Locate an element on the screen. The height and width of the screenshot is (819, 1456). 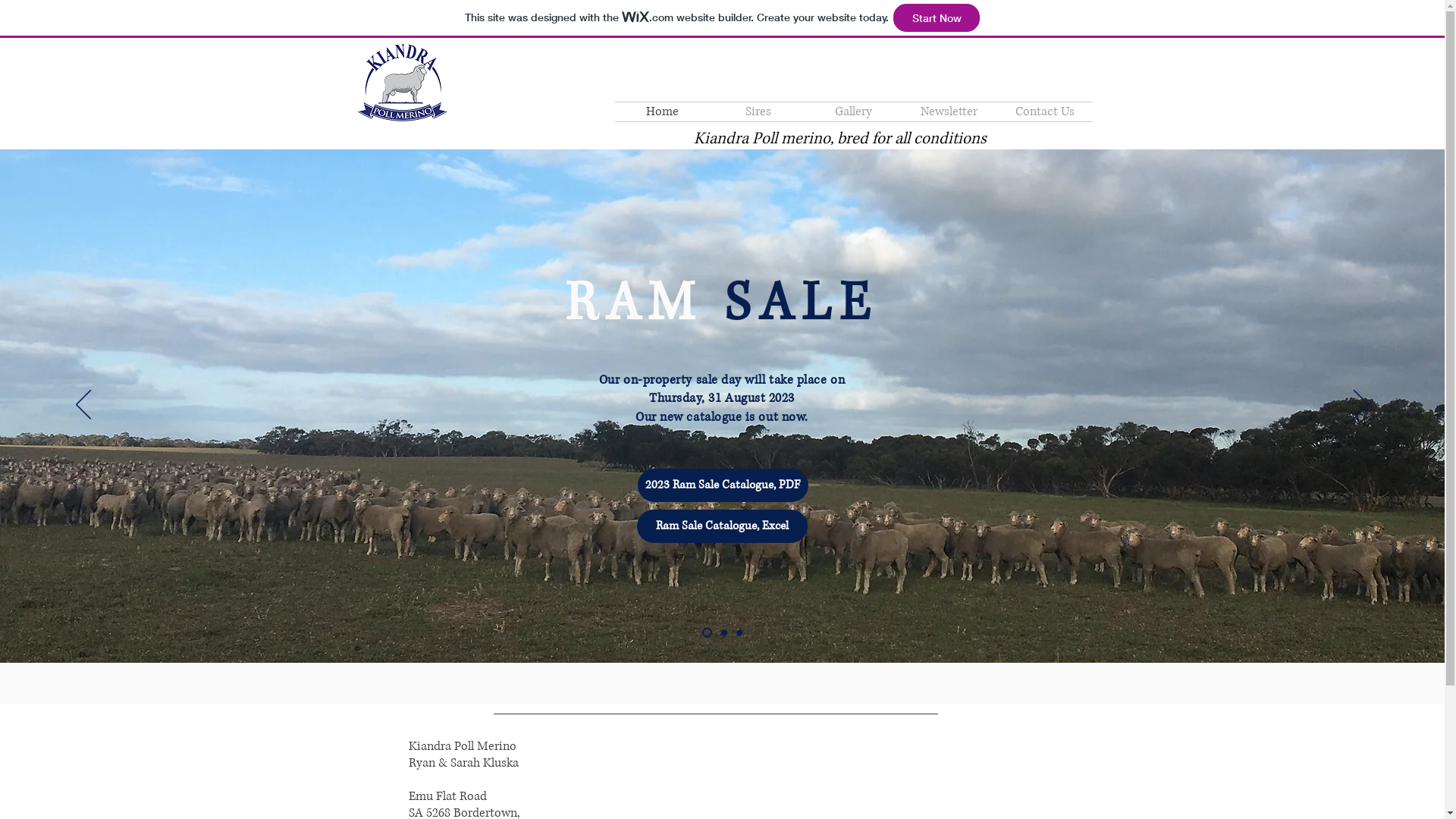
'Ram Sale Catalogue, Excel' is located at coordinates (637, 526).